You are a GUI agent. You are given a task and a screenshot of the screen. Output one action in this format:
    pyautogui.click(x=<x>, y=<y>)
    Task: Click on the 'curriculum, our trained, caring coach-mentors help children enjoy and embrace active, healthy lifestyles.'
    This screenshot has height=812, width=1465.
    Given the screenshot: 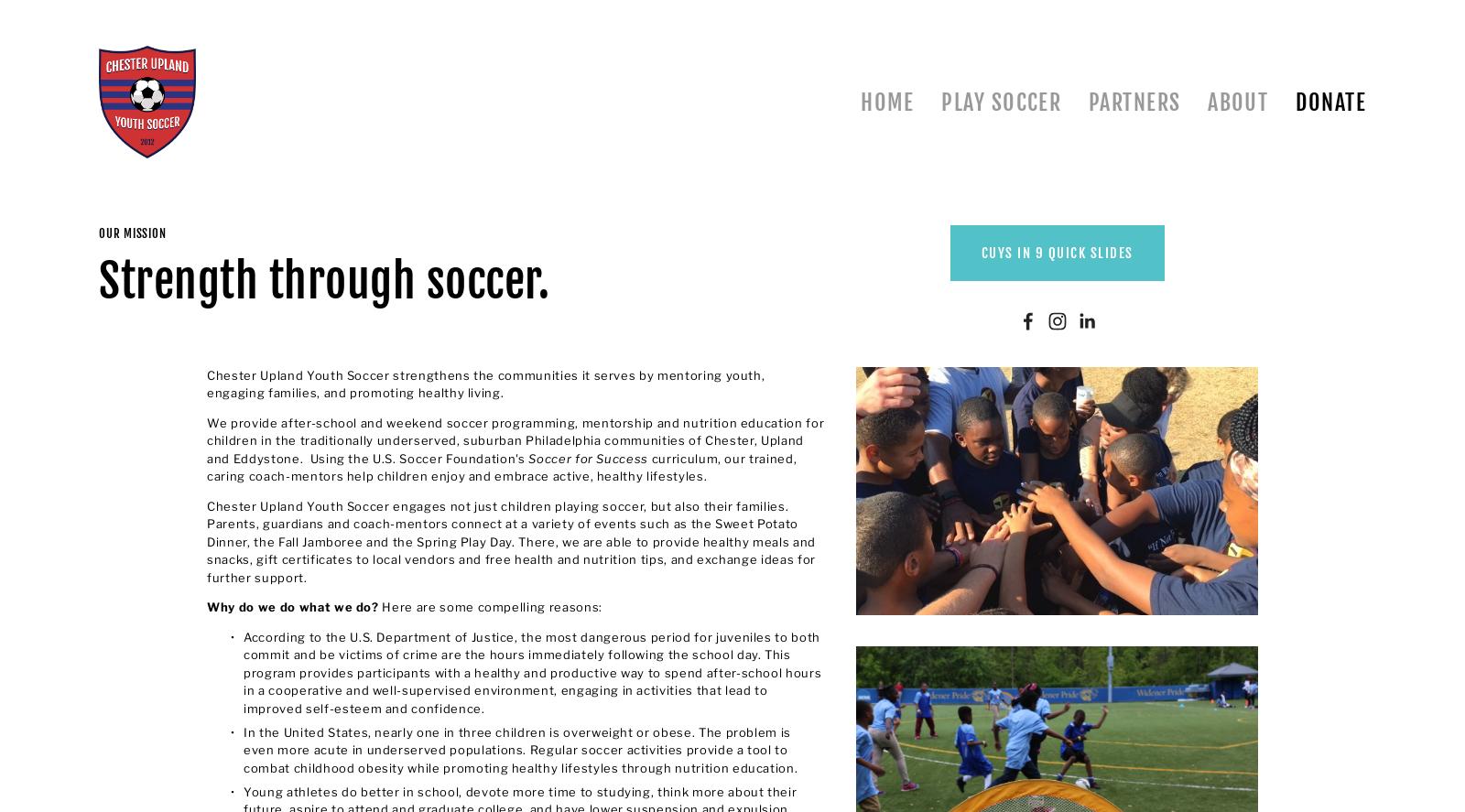 What is the action you would take?
    pyautogui.click(x=206, y=467)
    